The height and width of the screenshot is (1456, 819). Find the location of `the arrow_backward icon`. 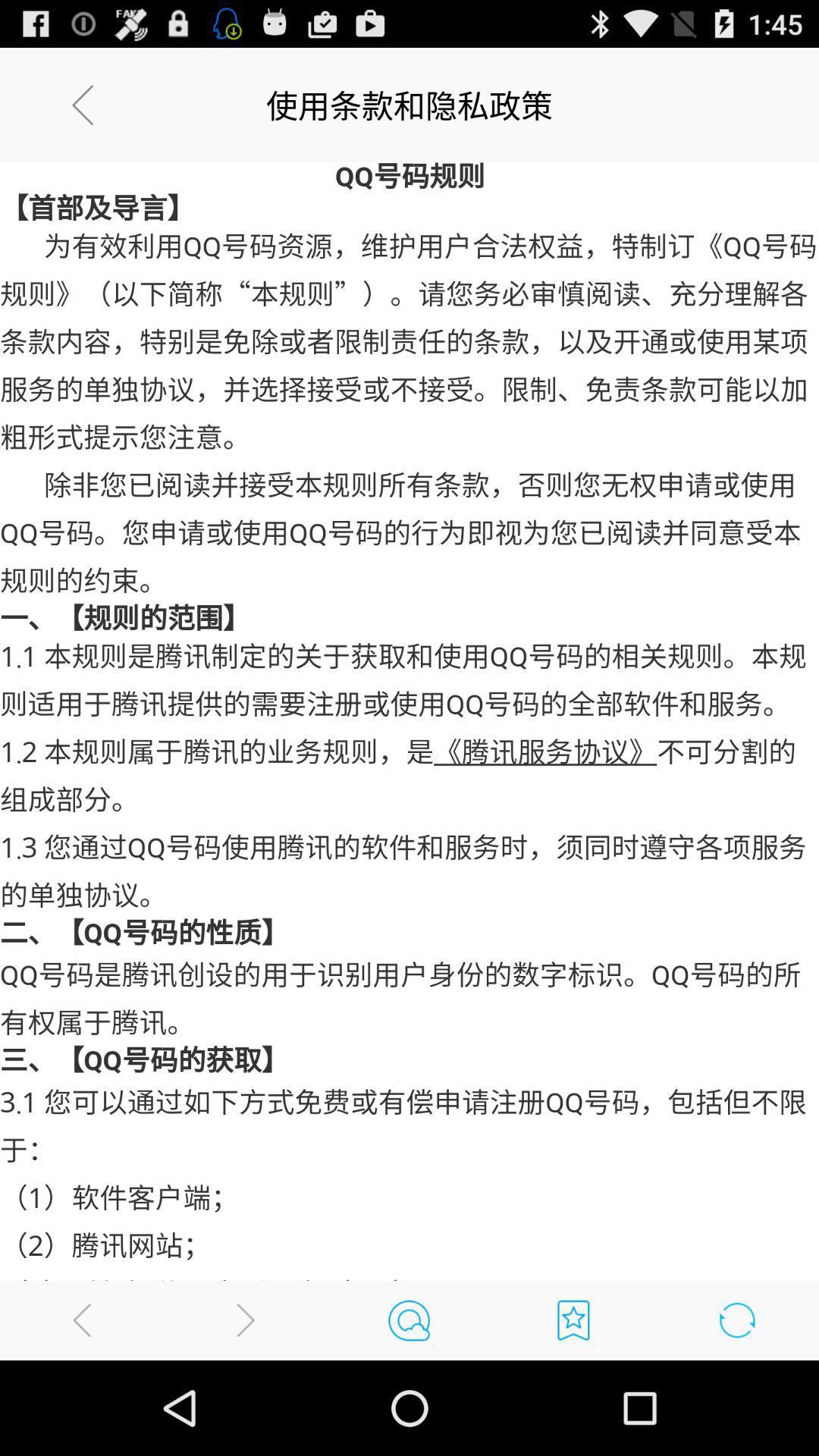

the arrow_backward icon is located at coordinates (82, 1412).